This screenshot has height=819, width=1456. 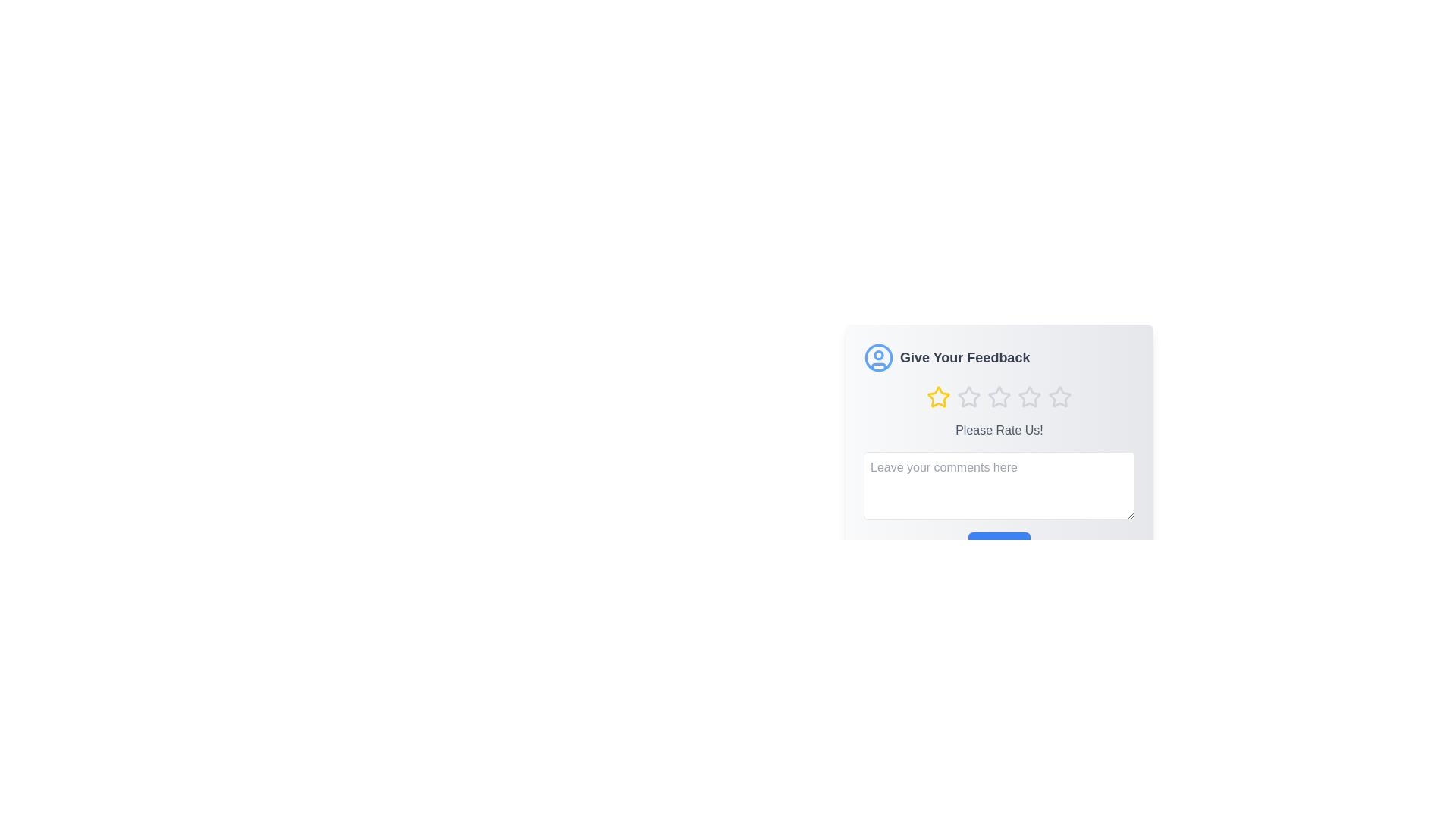 What do you see at coordinates (878, 354) in the screenshot?
I see `the small circular SVG Circle element located within the feedback section, part of an icon aligned with the 'Give Your Feedback' text` at bounding box center [878, 354].